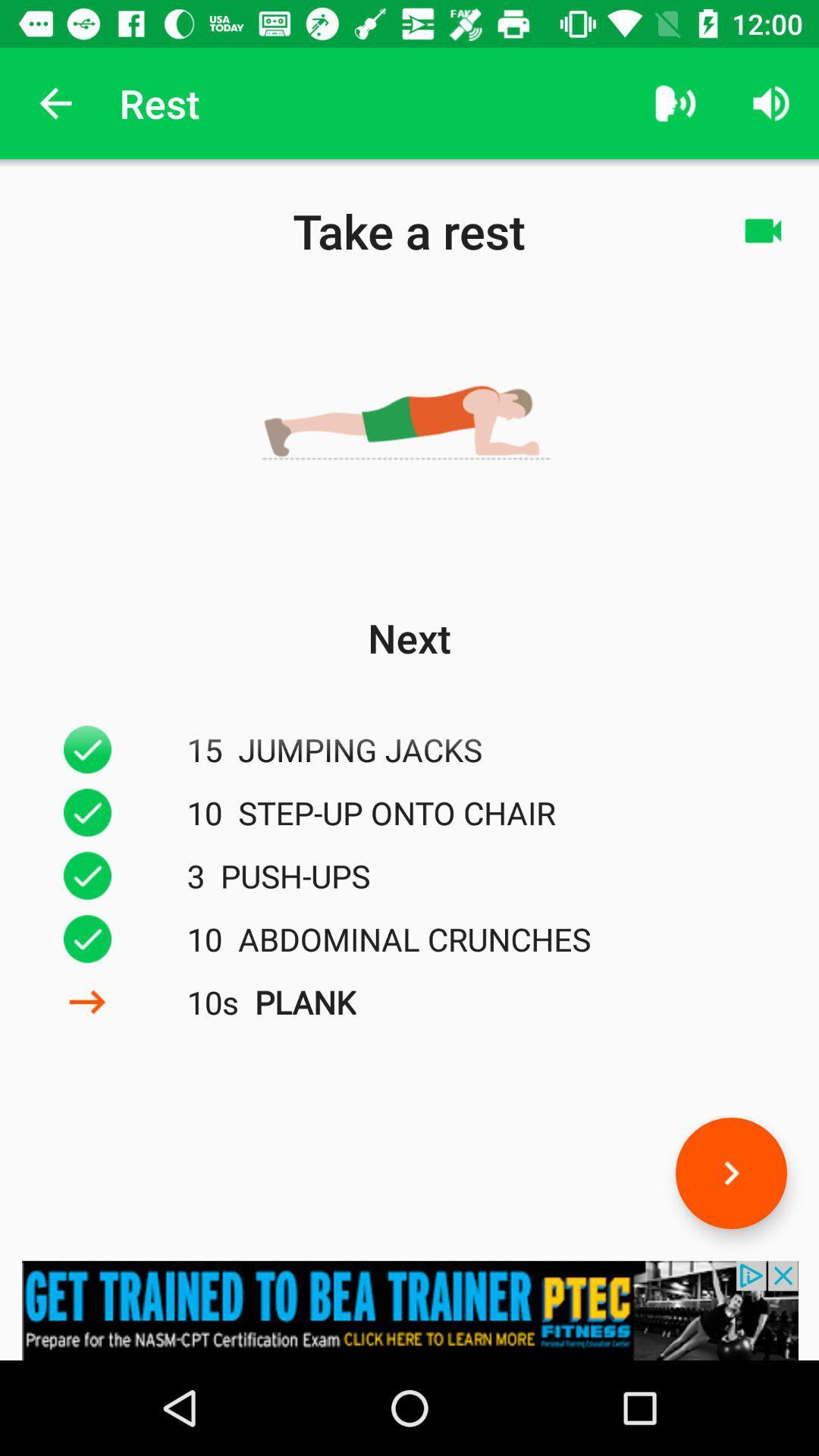 This screenshot has width=819, height=1456. What do you see at coordinates (763, 230) in the screenshot?
I see `the videocam icon` at bounding box center [763, 230].